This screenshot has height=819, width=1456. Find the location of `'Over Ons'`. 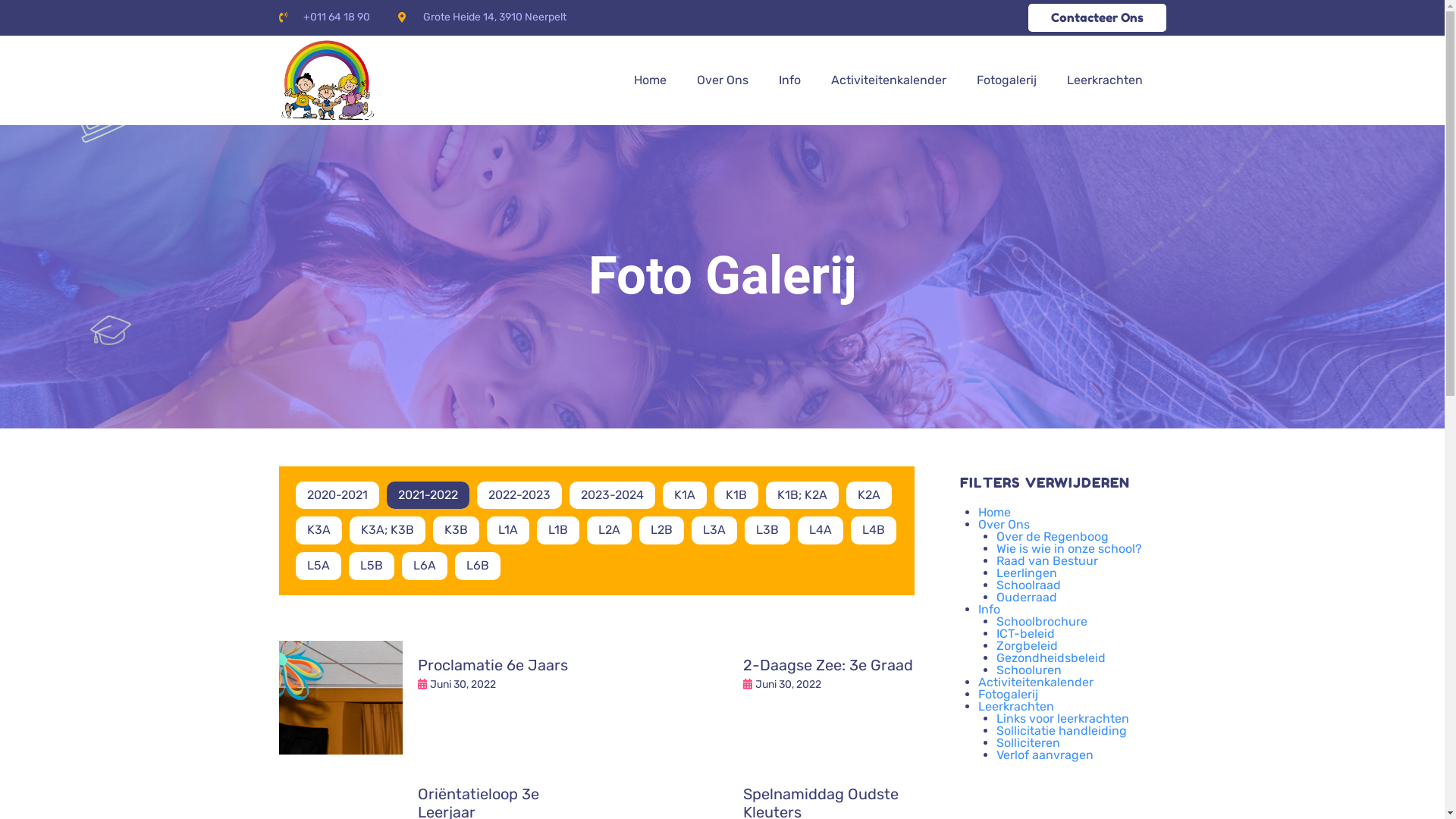

'Over Ons' is located at coordinates (722, 80).